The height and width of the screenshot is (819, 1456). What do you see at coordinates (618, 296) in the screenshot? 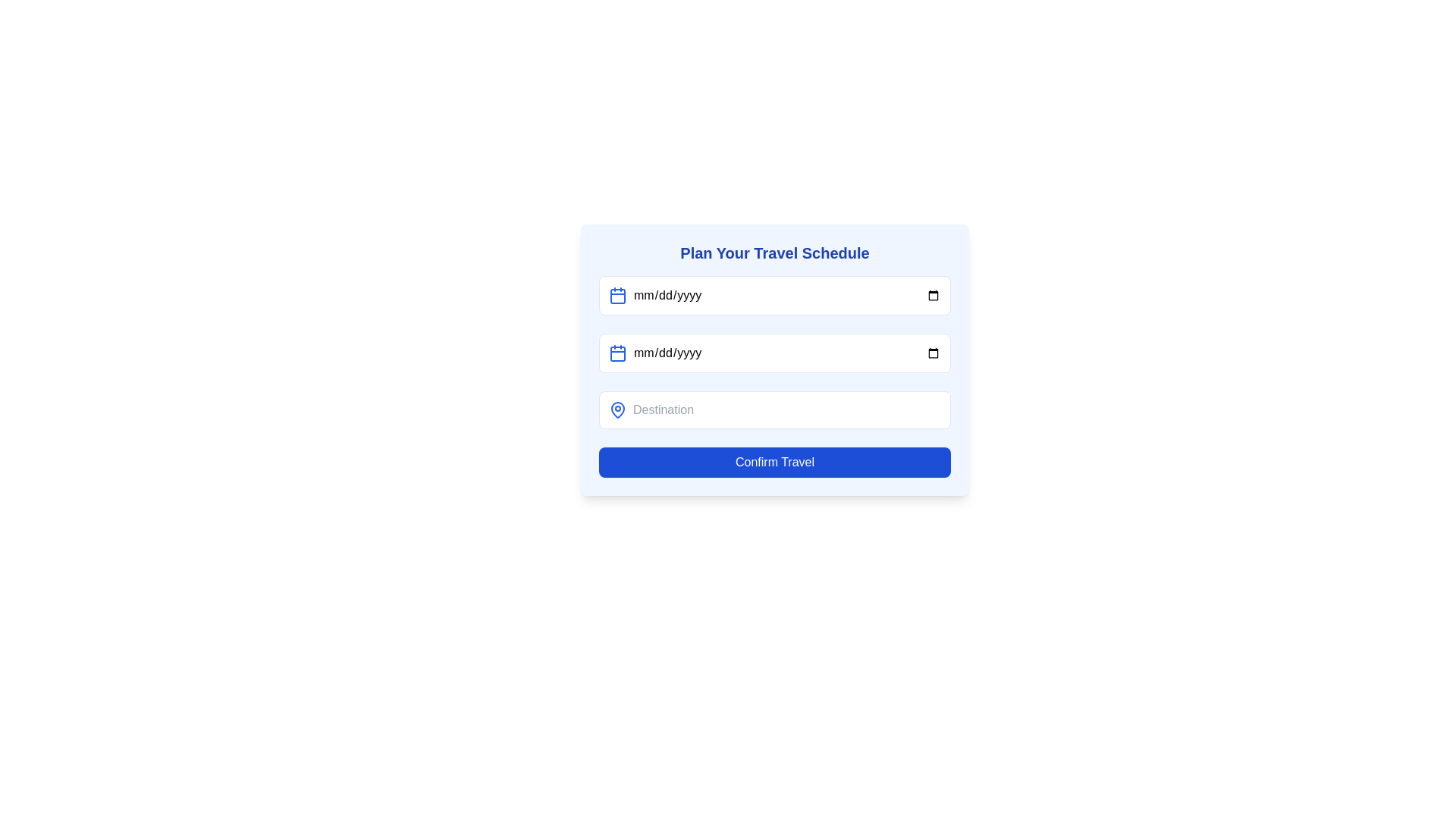
I see `the blue calendar icon representing the date-picker in the form, located to the left of the first input field` at bounding box center [618, 296].